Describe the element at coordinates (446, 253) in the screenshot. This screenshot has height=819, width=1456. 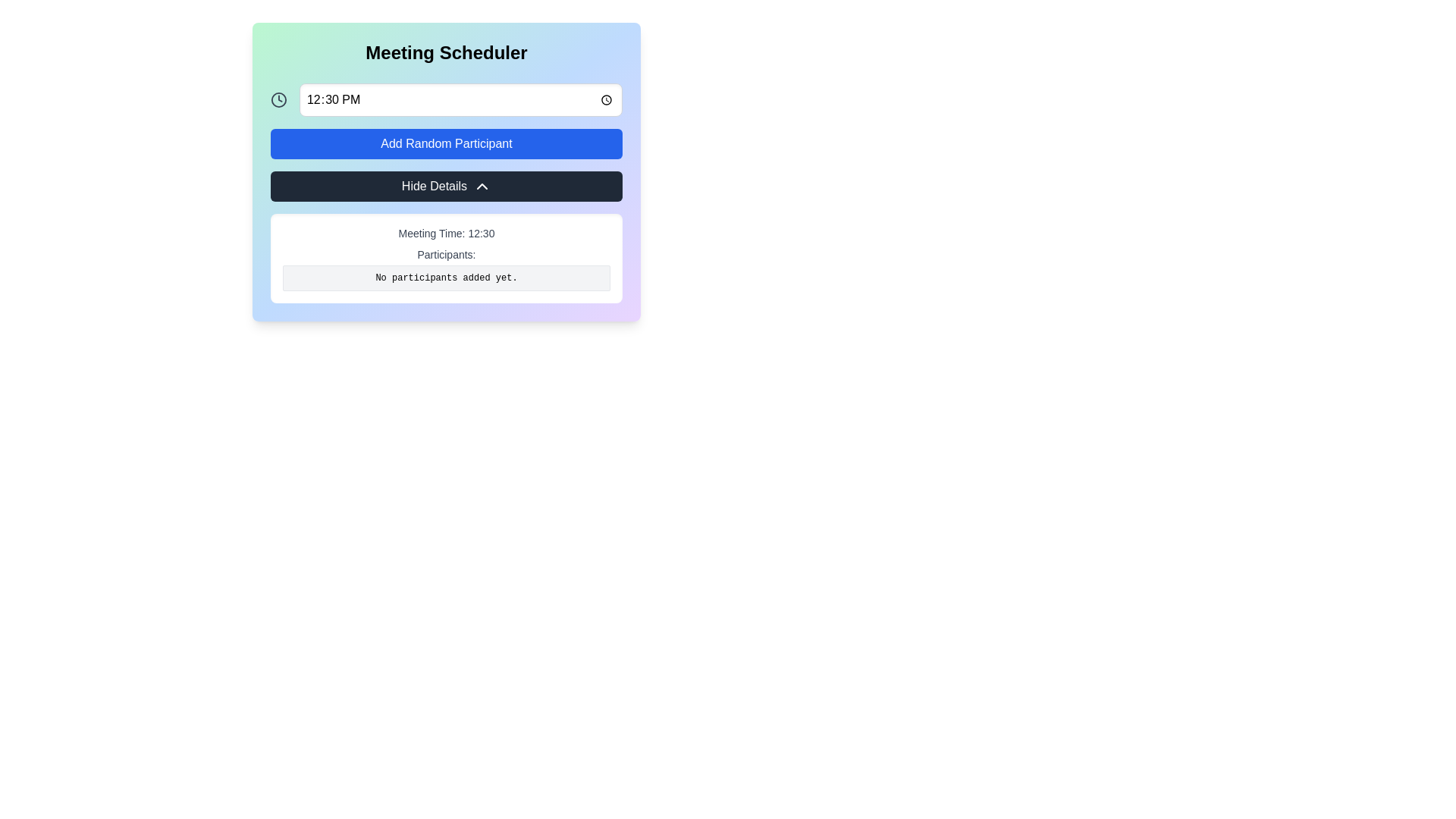
I see `the text element that serves as a heading for the participants of a meeting, positioned centrally beneath the 'Meeting Time: 12:30' text` at that location.